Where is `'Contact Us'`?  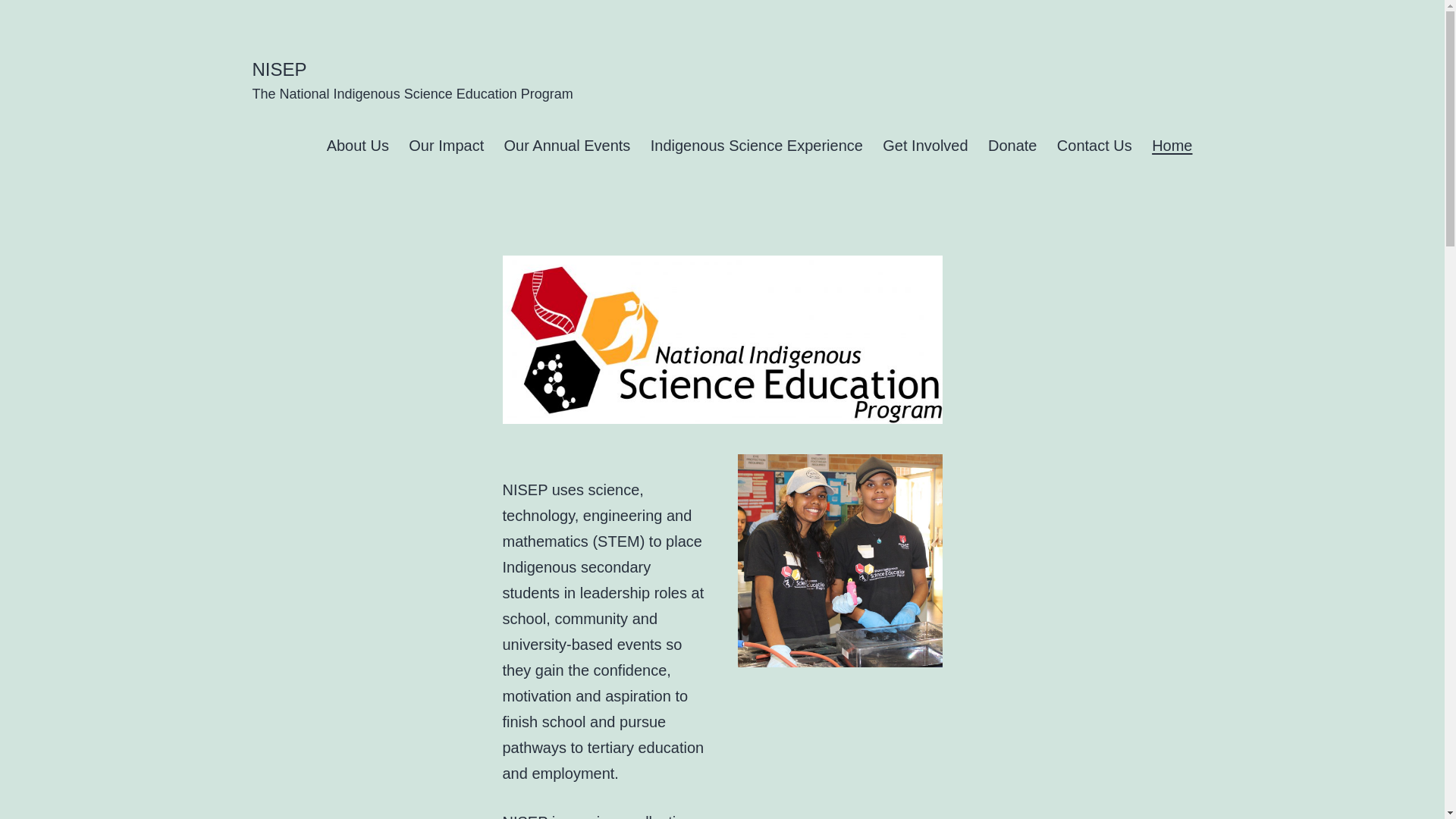 'Contact Us' is located at coordinates (1094, 145).